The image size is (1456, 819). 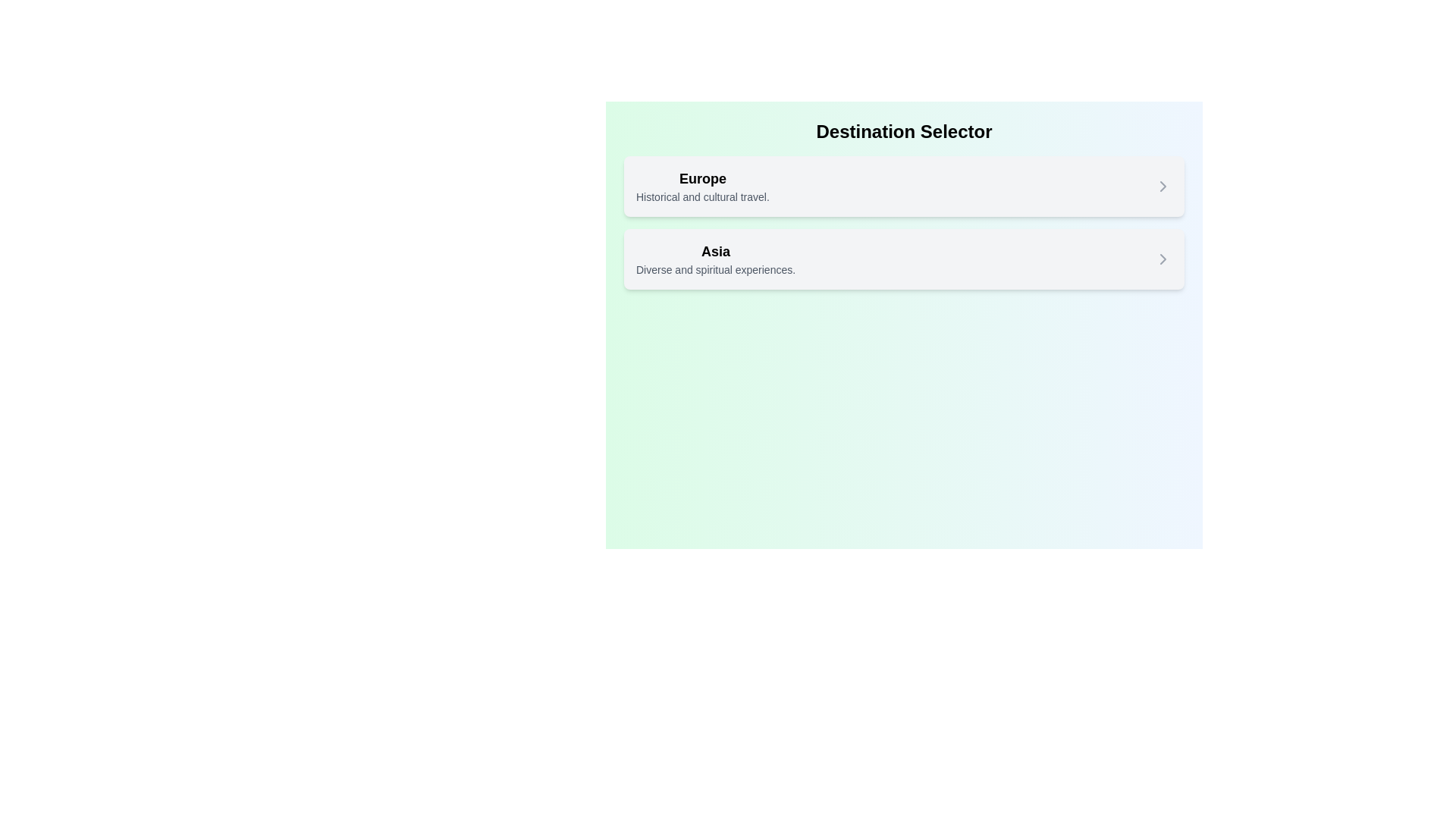 What do you see at coordinates (1163, 259) in the screenshot?
I see `the Chevron Right icon that indicates navigation to further information about 'Asia' located at the rightmost end of the row with the text 'AsiaDiverse and spiritual experiences.'` at bounding box center [1163, 259].